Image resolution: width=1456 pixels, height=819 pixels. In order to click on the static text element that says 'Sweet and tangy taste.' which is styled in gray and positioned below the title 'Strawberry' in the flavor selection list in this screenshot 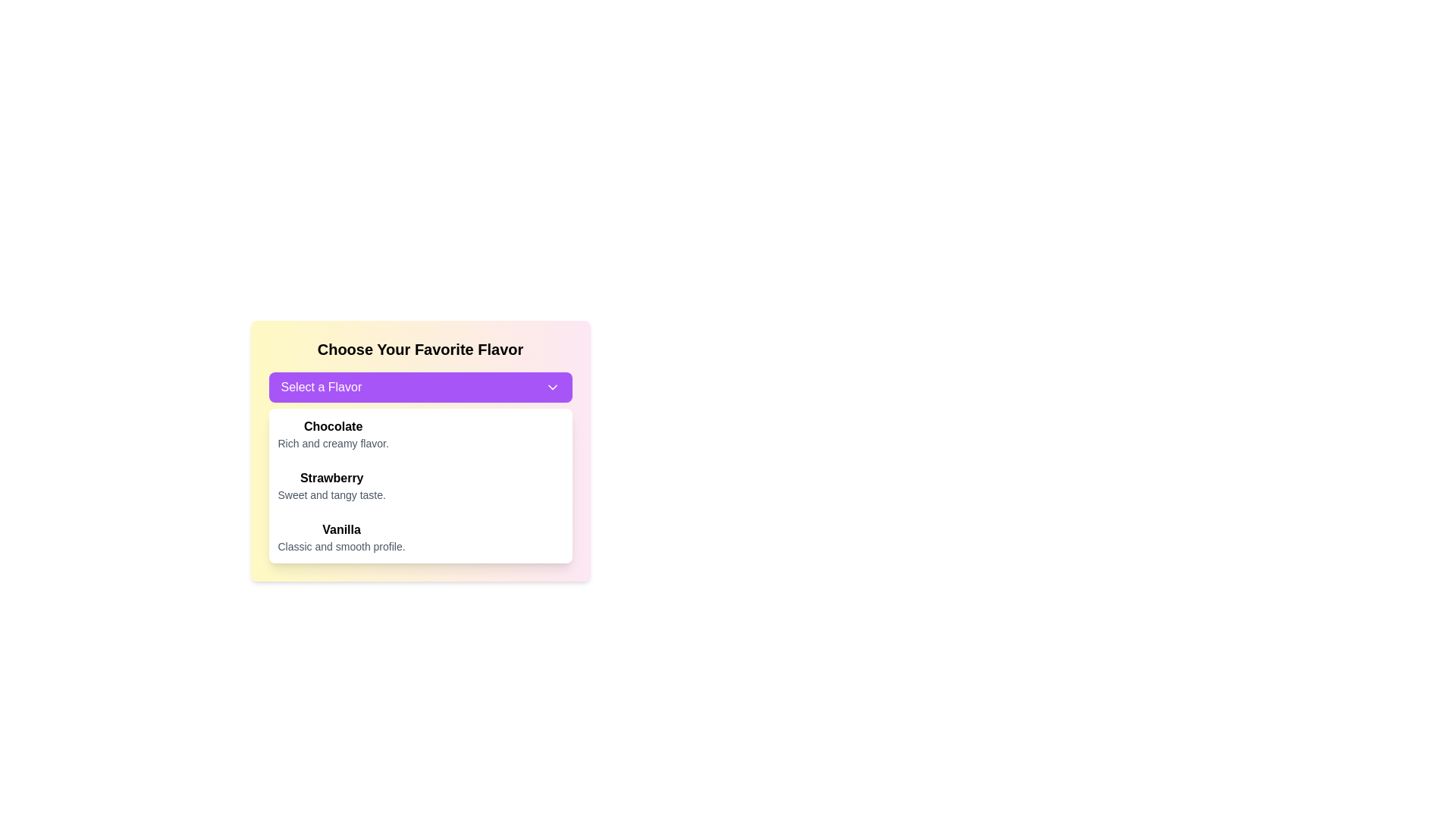, I will do `click(331, 494)`.